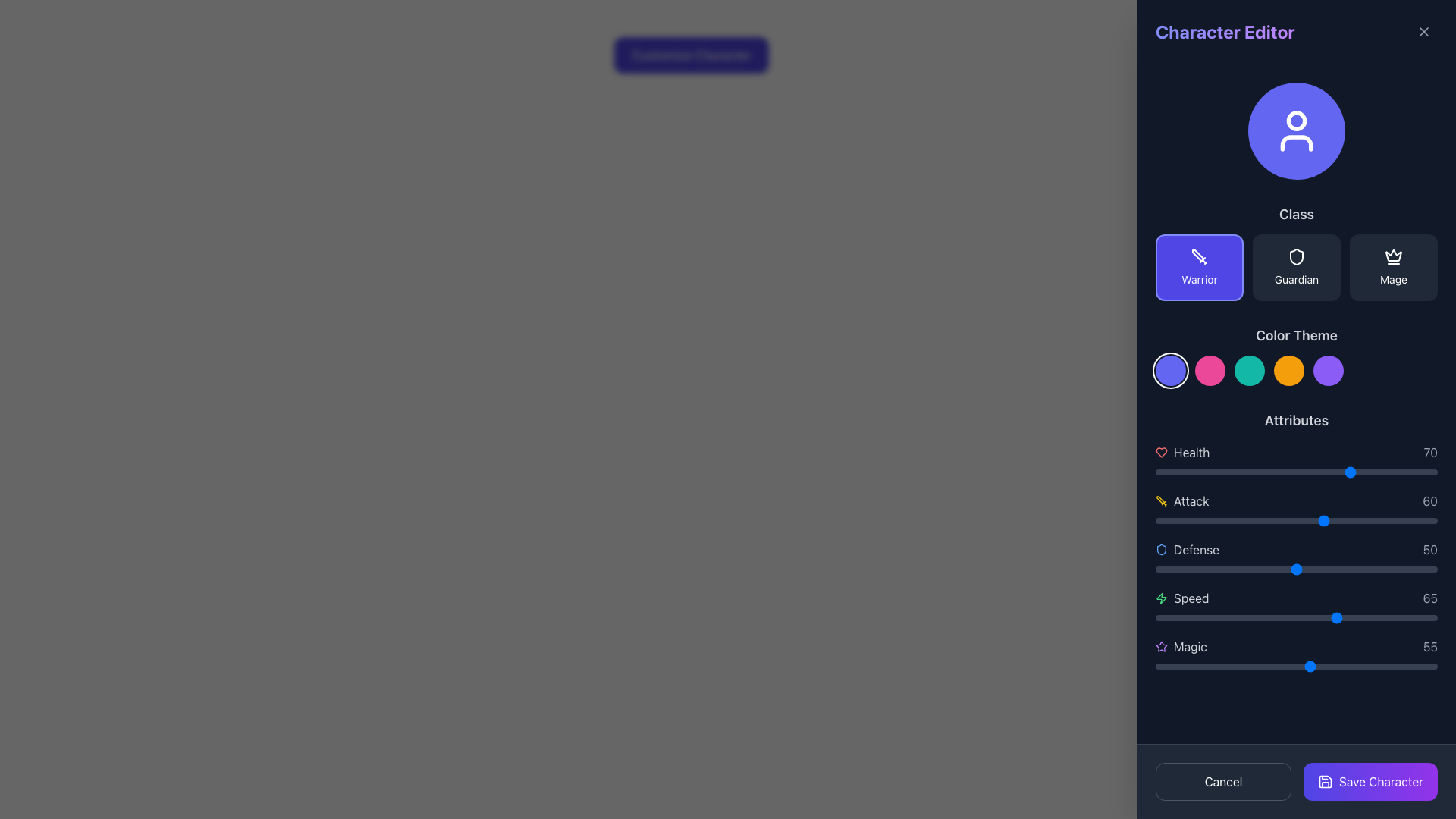 The image size is (1456, 819). Describe the element at coordinates (1429, 646) in the screenshot. I see `the static text label displaying the current value of the 'Magic' attribute, which is aligned horizontally with the star icon and located near the right-side end of the 'Magic' attribute row within the Attributes section` at that location.